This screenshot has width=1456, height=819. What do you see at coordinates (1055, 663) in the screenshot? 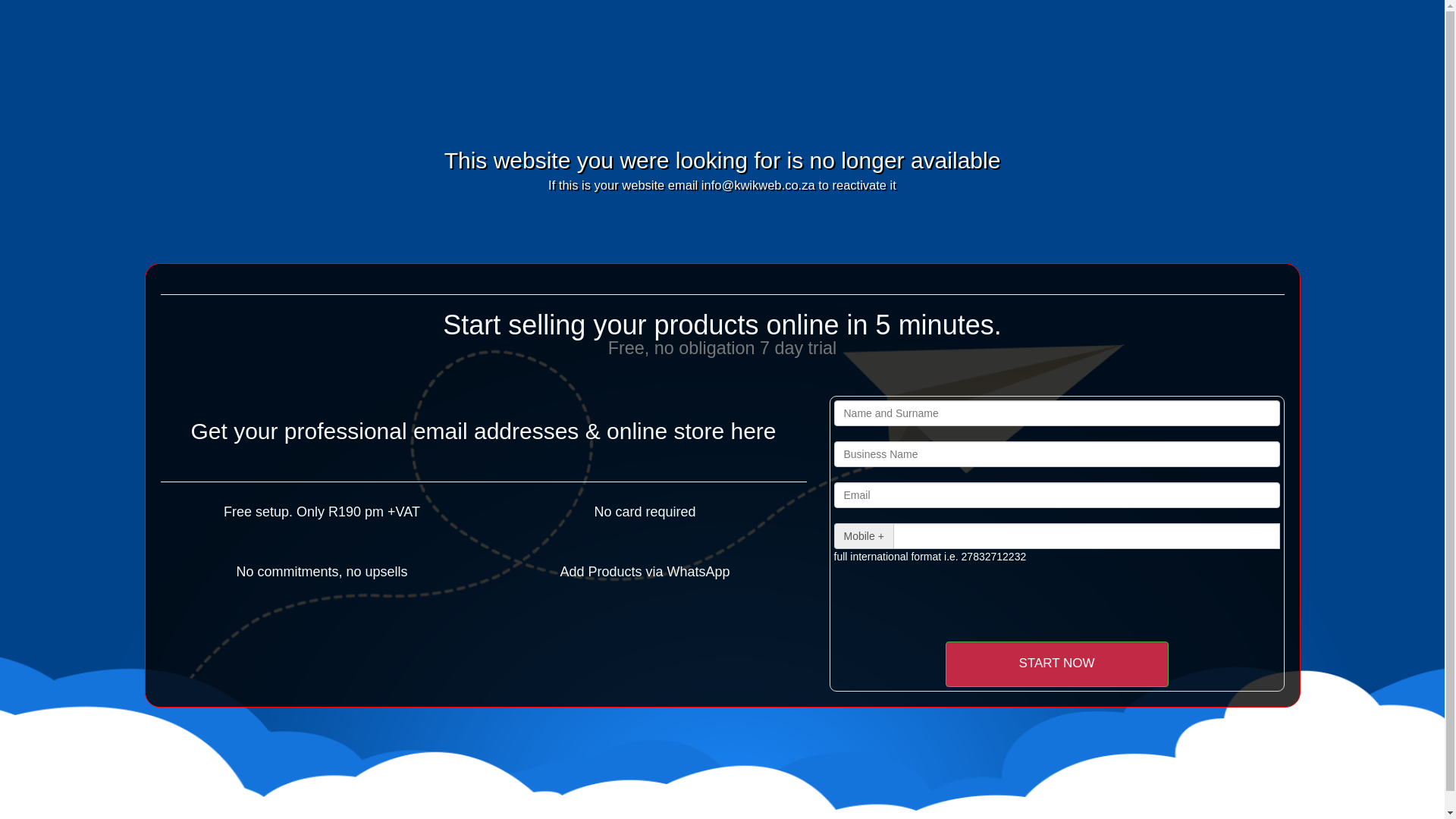
I see `'START NOW'` at bounding box center [1055, 663].